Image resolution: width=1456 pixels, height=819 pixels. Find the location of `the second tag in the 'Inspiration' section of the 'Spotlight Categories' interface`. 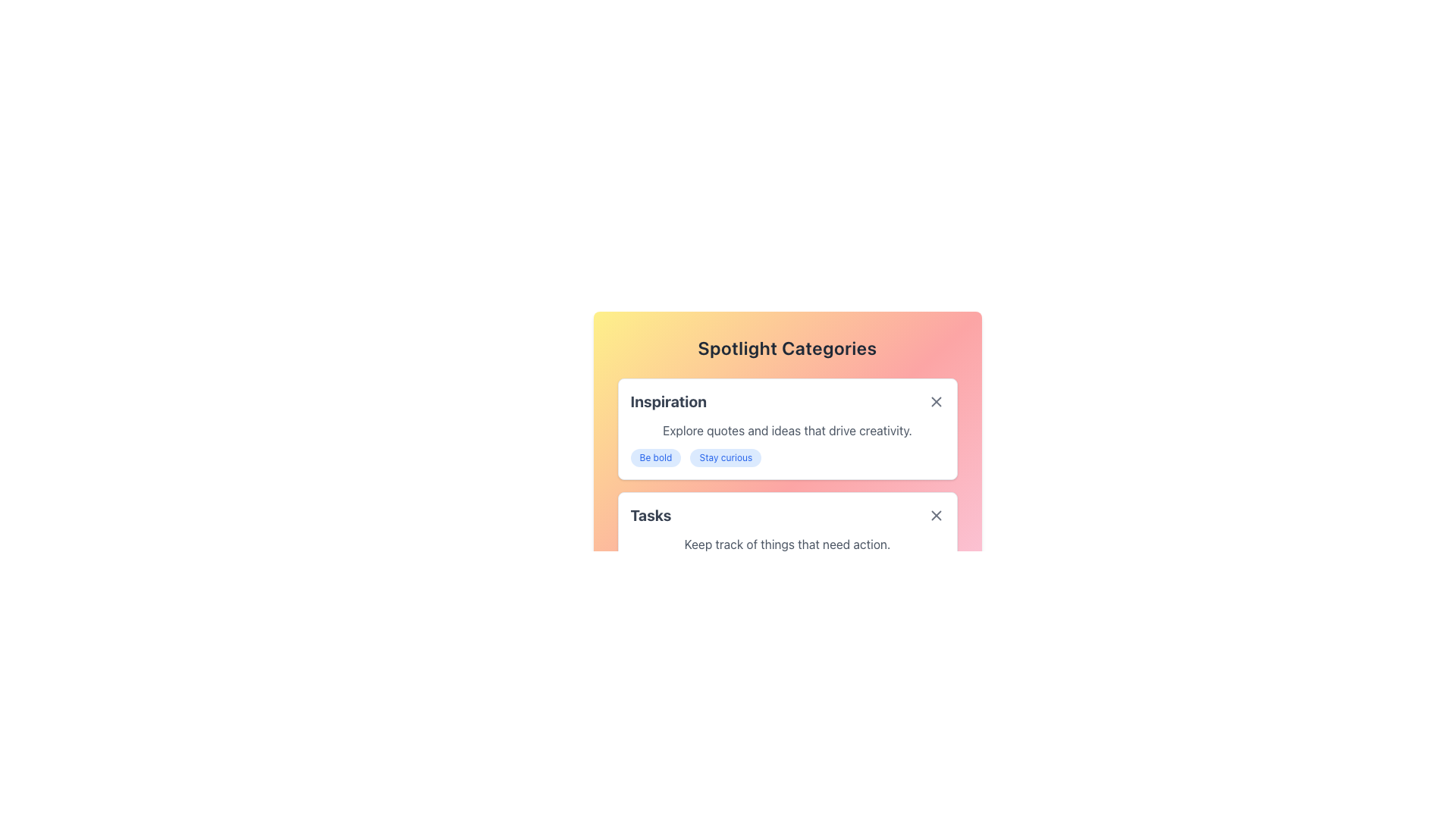

the second tag in the 'Inspiration' section of the 'Spotlight Categories' interface is located at coordinates (725, 457).